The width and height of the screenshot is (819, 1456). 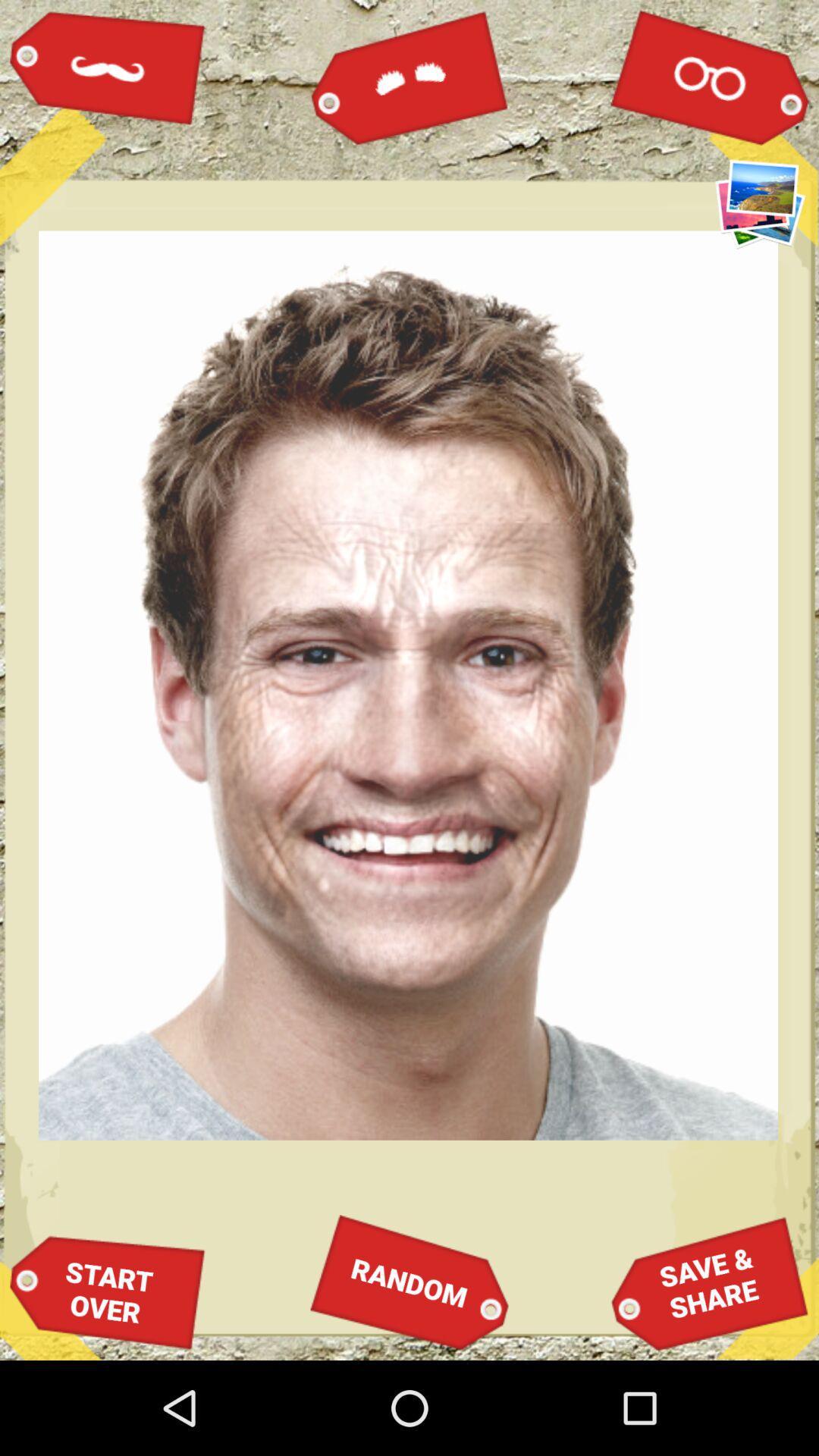 I want to click on the item at the bottom left corner, so click(x=107, y=1291).